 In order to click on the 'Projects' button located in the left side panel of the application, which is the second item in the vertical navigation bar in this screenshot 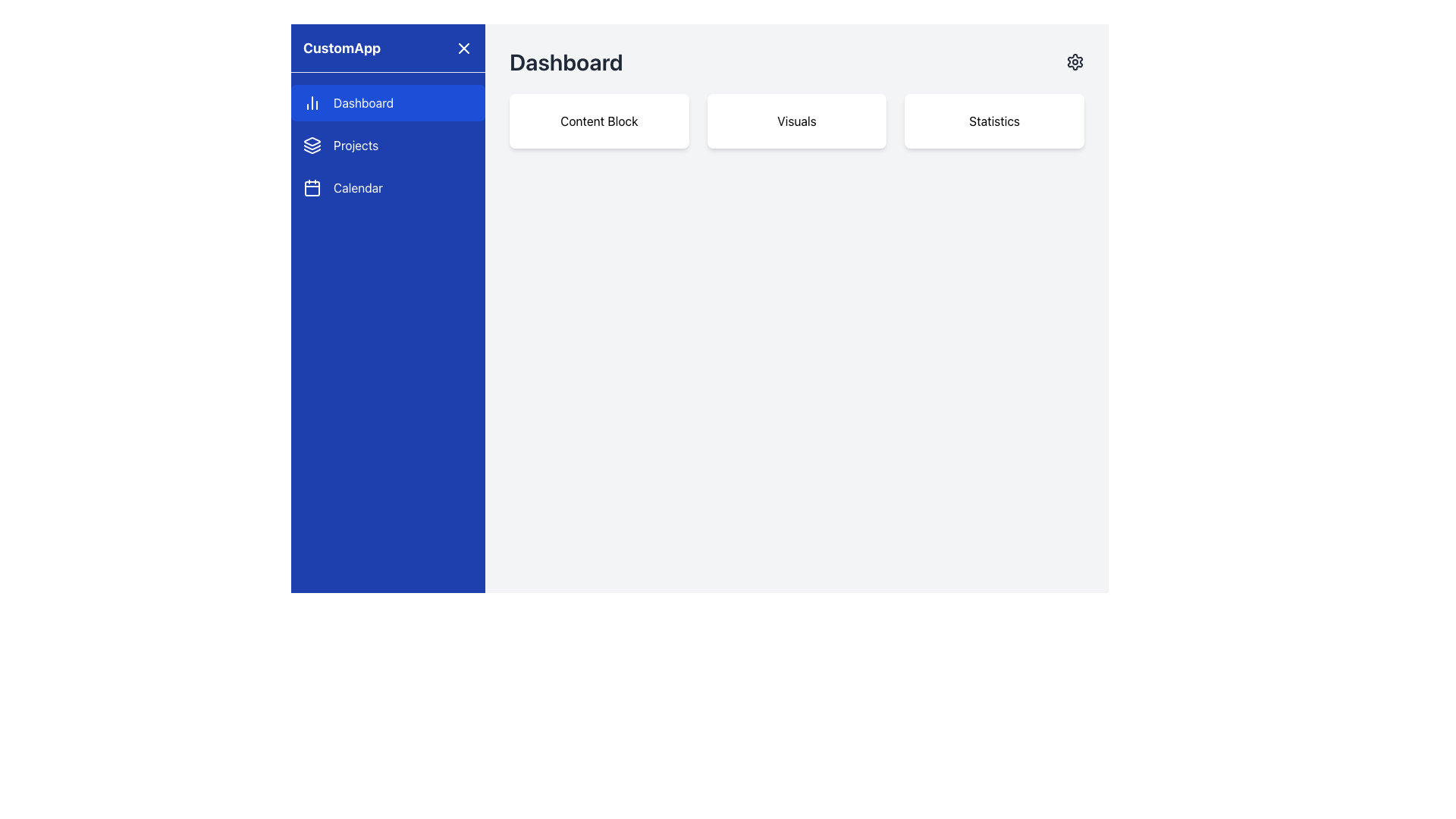, I will do `click(388, 146)`.